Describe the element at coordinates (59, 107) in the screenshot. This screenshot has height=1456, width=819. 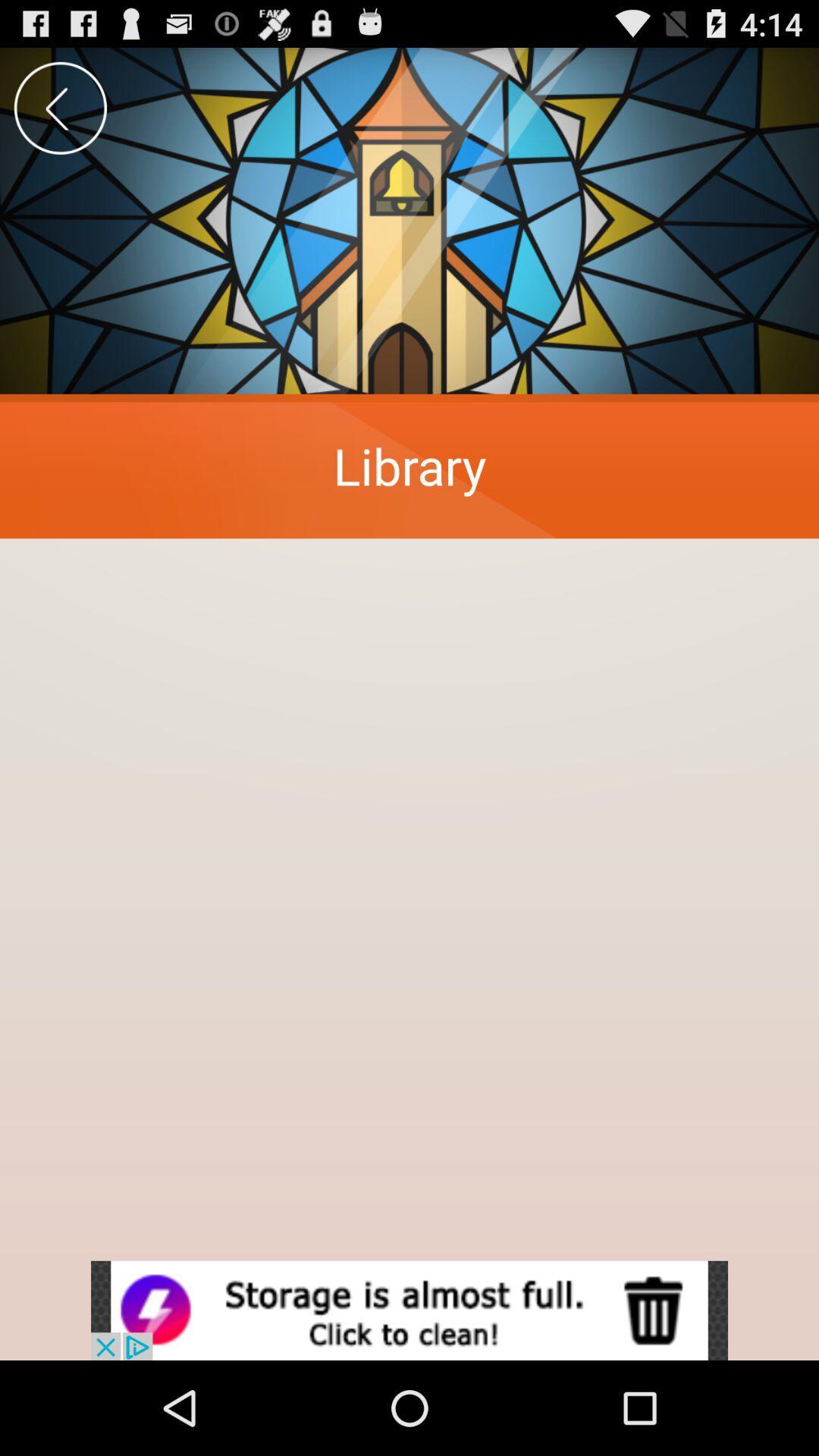
I see `go back` at that location.